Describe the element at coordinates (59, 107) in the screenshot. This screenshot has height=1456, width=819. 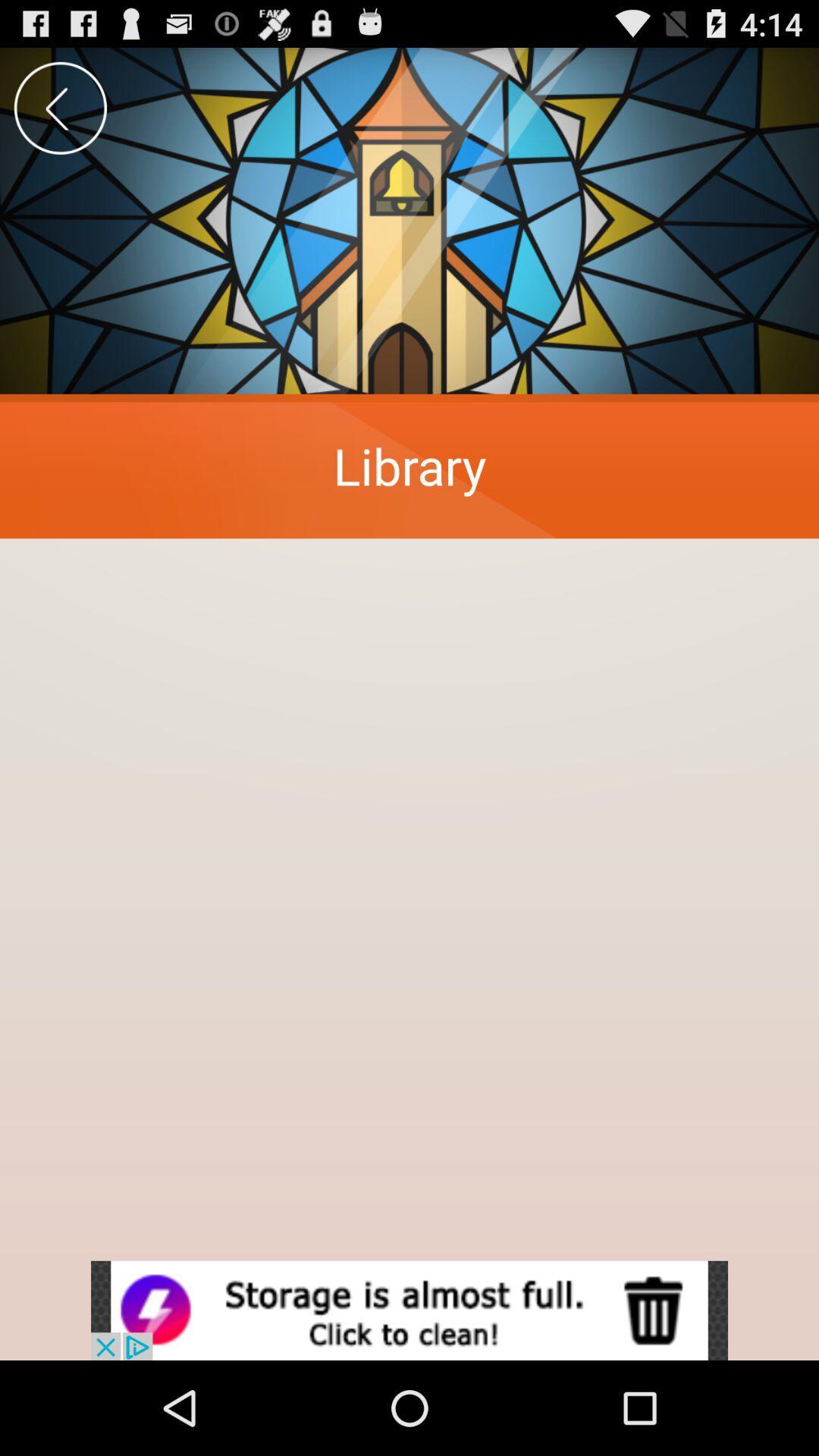
I see `go back` at that location.